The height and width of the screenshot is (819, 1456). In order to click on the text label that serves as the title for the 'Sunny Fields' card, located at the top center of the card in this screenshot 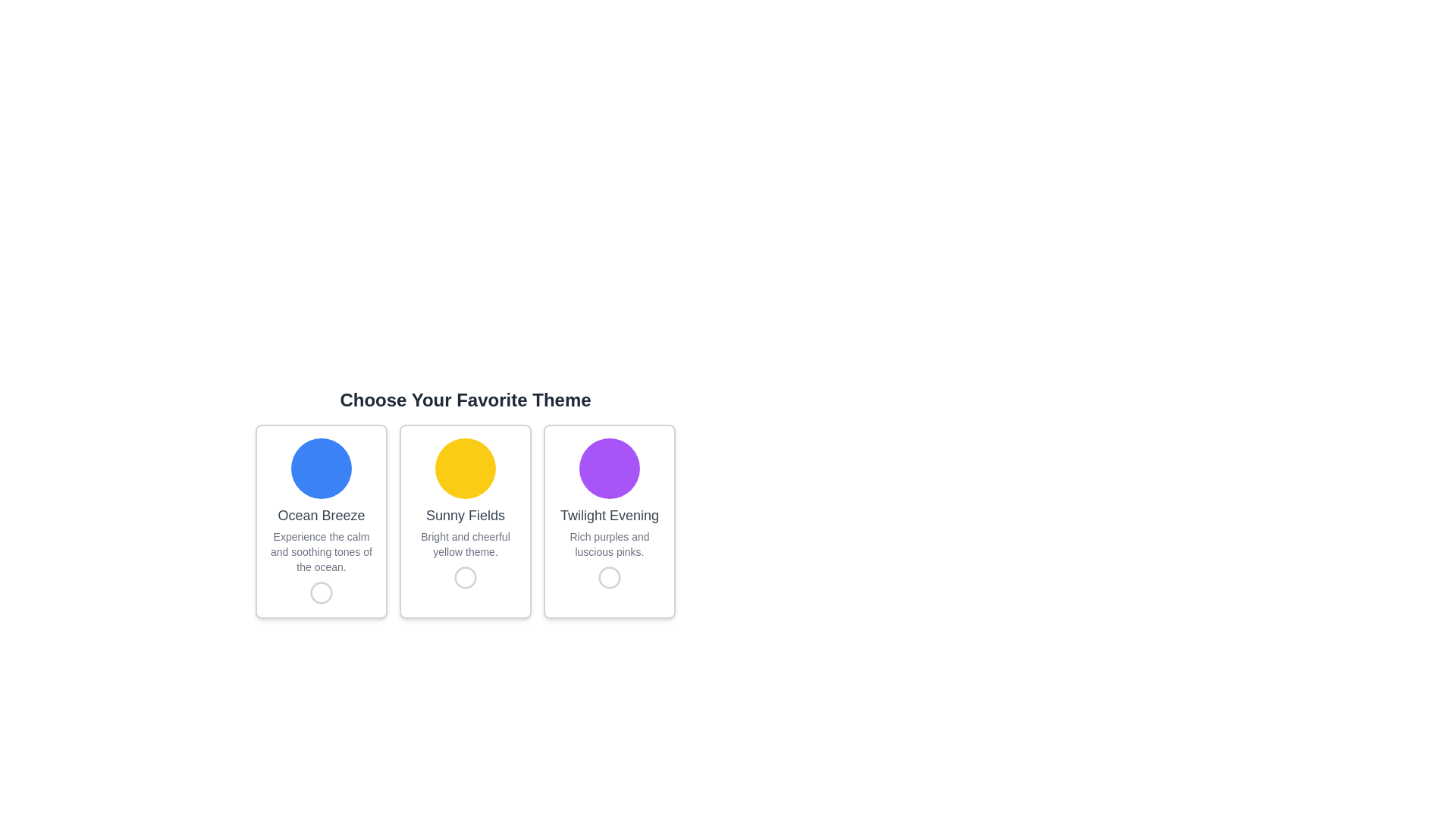, I will do `click(465, 514)`.